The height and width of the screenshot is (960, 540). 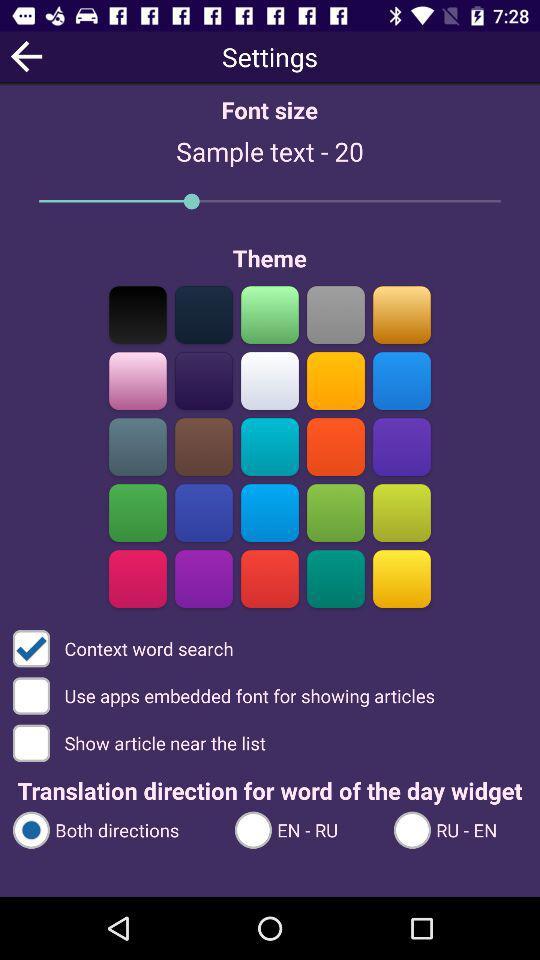 I want to click on theme color blue, so click(x=401, y=380).